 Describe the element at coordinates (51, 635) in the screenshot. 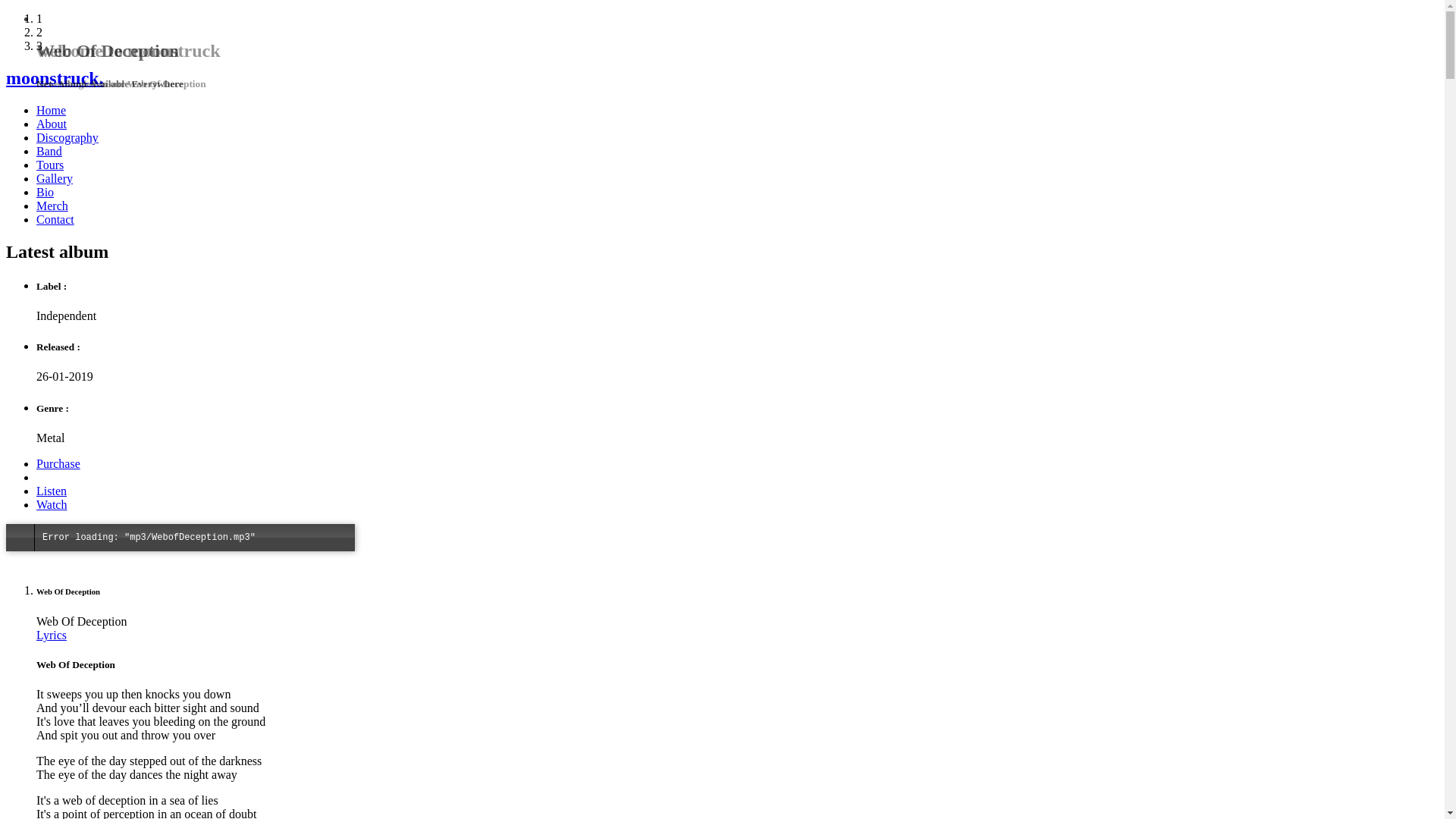

I see `'Lyrics'` at that location.